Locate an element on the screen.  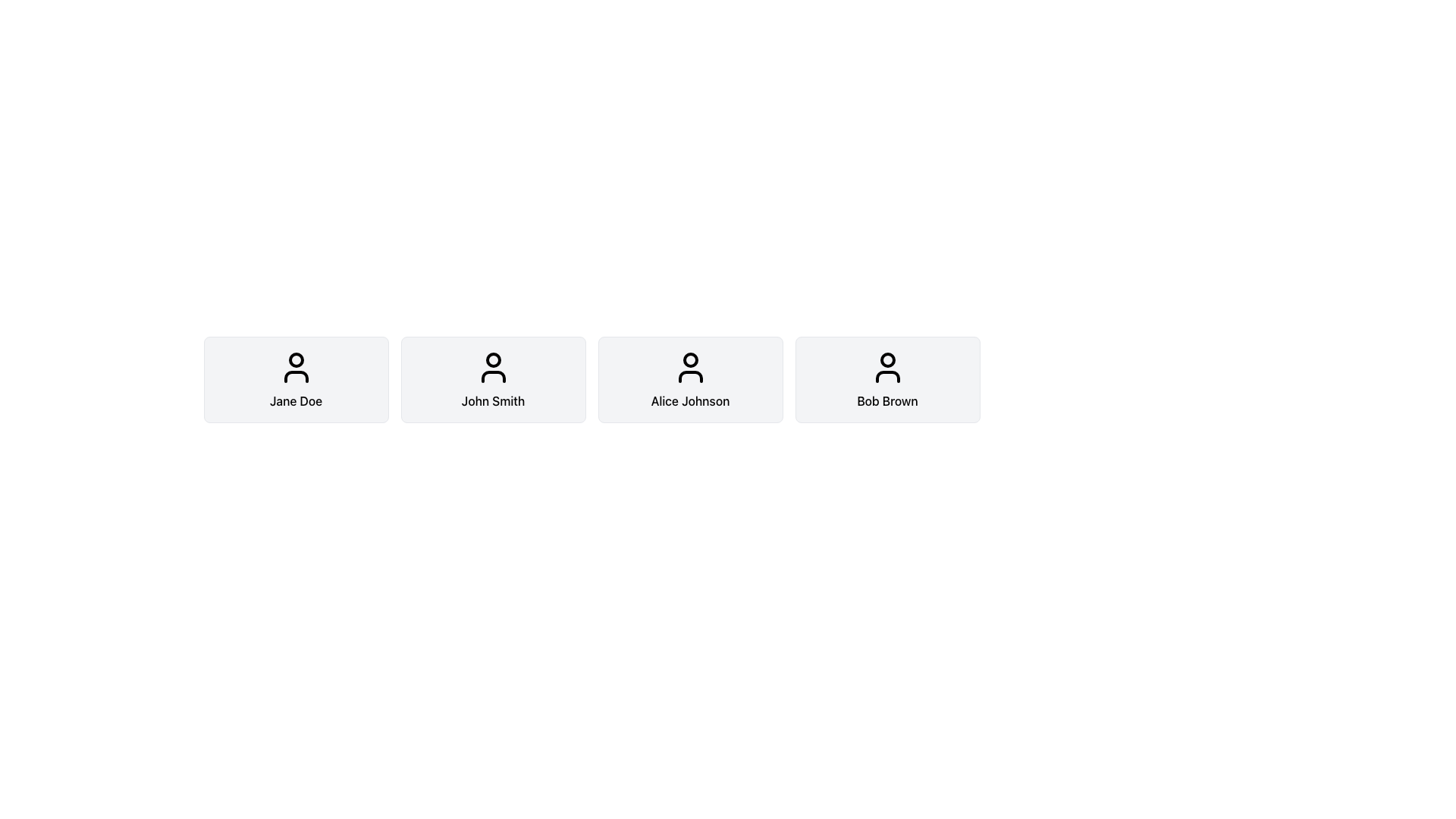
the text label that identifies a user by their name, located below the user profile icon in the user profile component is located at coordinates (493, 400).